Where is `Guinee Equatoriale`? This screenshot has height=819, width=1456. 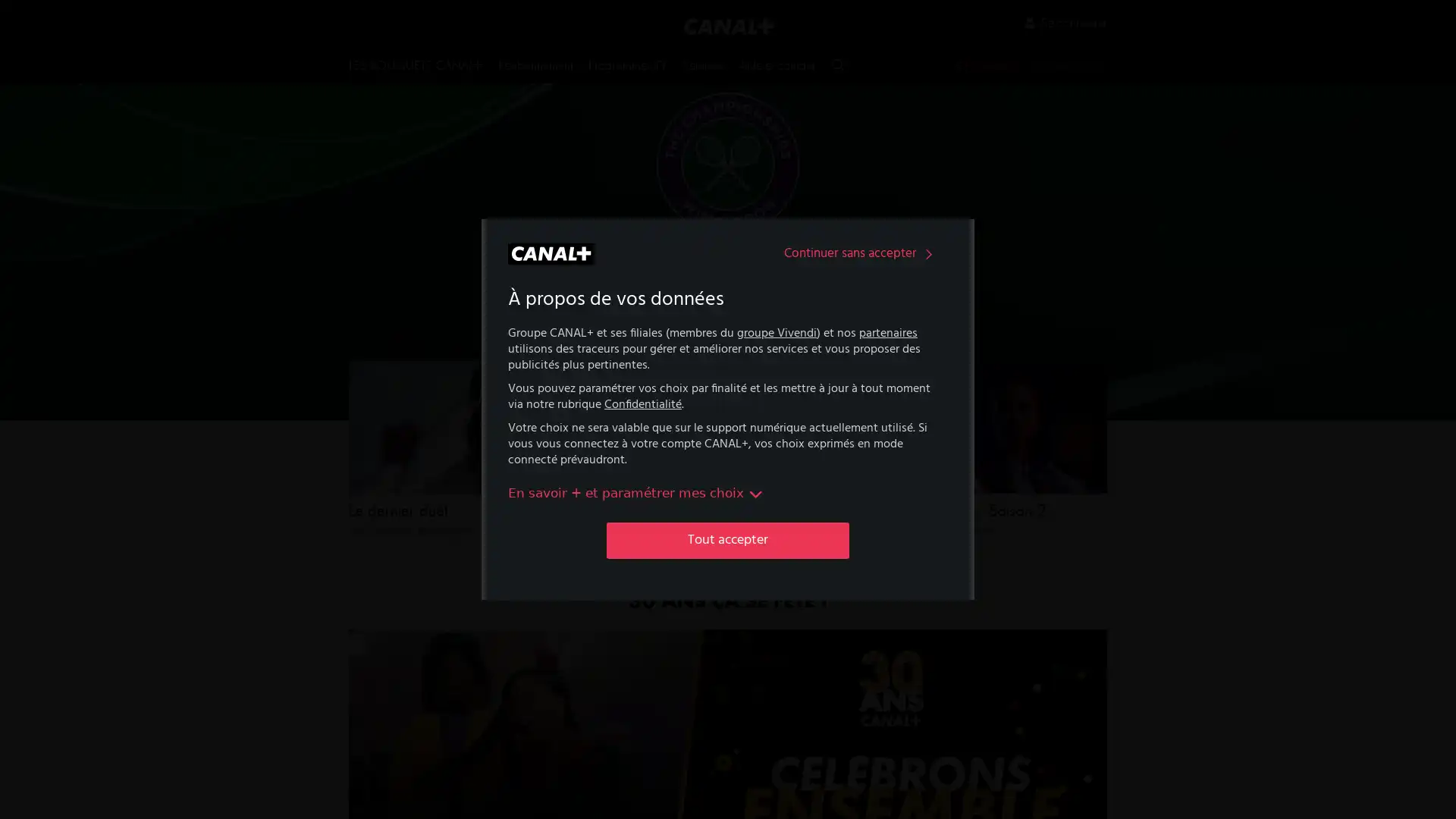
Guinee Equatoriale is located at coordinates (728, 479).